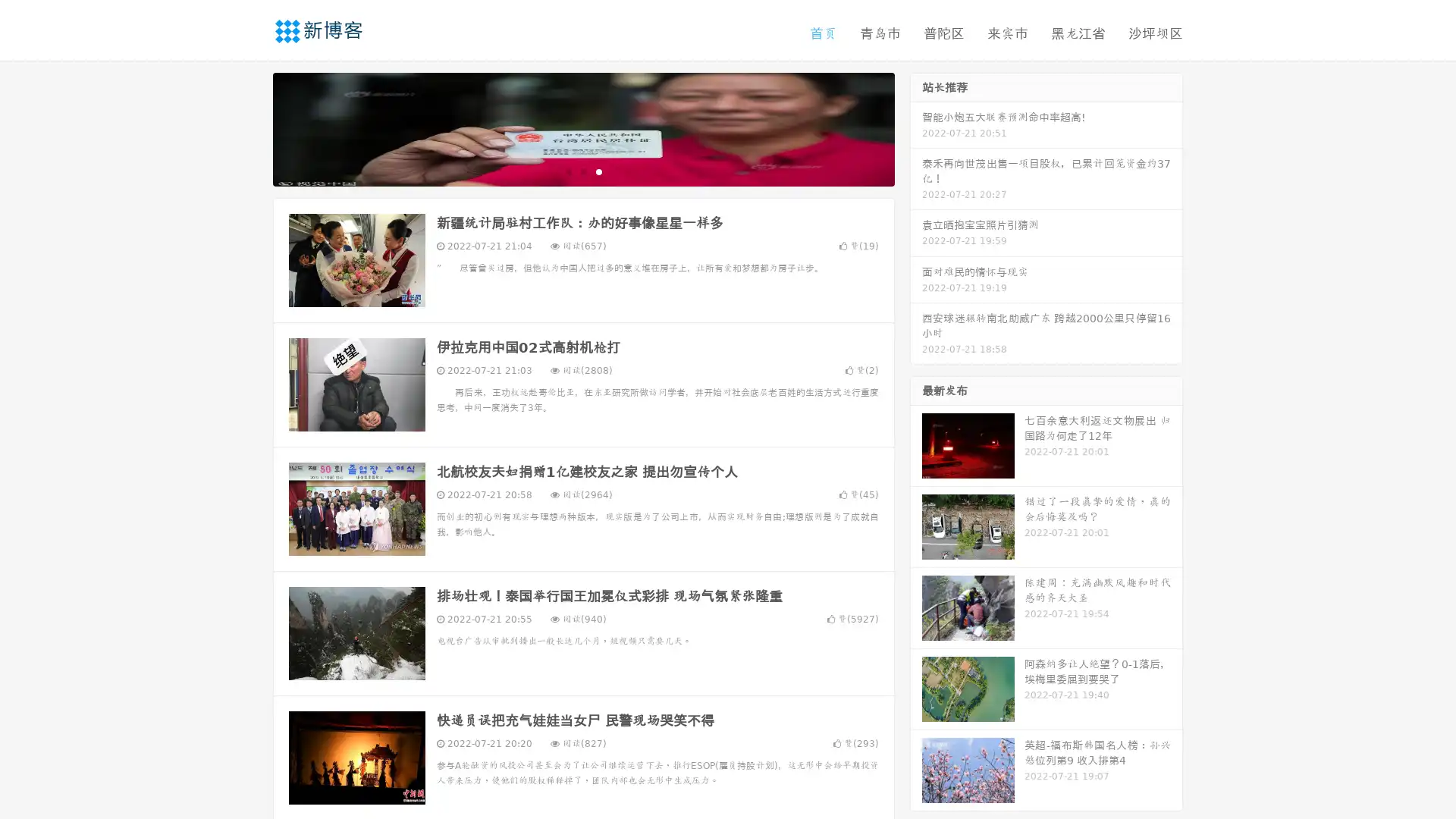 This screenshot has height=819, width=1456. Describe the element at coordinates (567, 171) in the screenshot. I see `Go to slide 1` at that location.